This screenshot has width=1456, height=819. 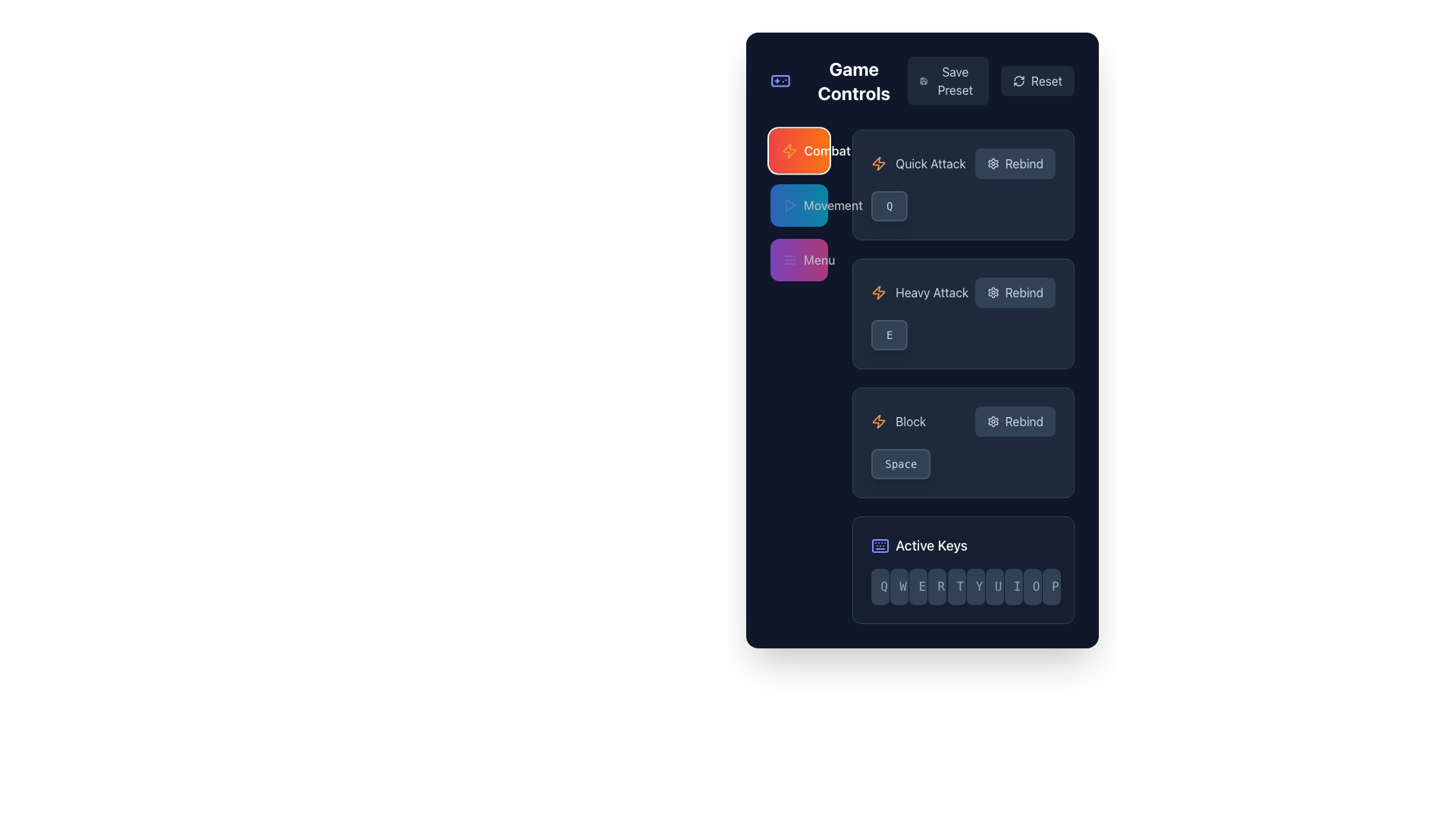 I want to click on the gear icon located to the left of the 'Rebind' button, which is the first button in the vertical arrangement for 'Quick Attack' in the right-side pane, so click(x=993, y=164).